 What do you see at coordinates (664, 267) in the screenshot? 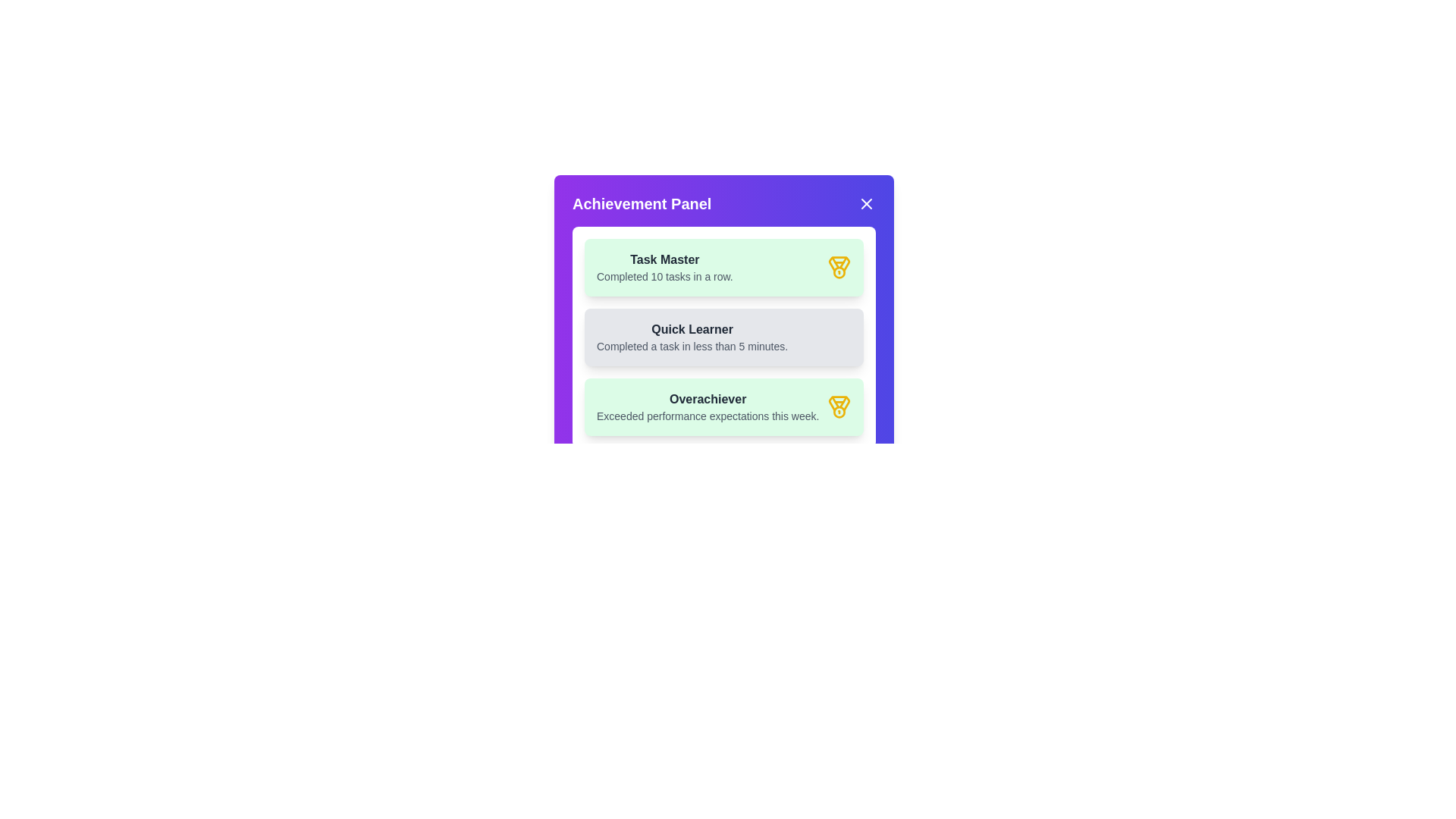
I see `the first entry of the Achievement Panel which displays an accomplishment description` at bounding box center [664, 267].